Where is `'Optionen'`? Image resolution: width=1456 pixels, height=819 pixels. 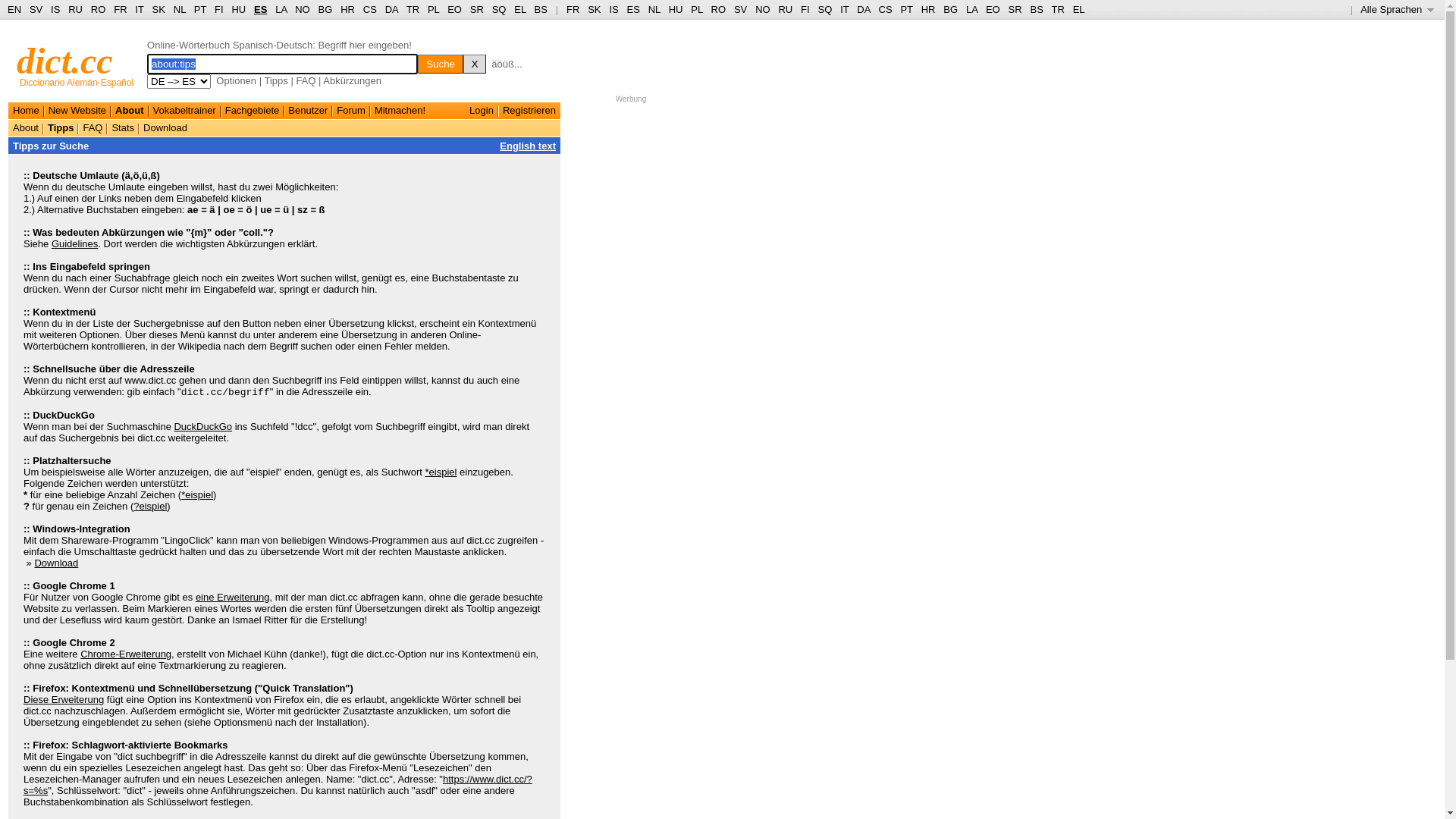 'Optionen' is located at coordinates (235, 80).